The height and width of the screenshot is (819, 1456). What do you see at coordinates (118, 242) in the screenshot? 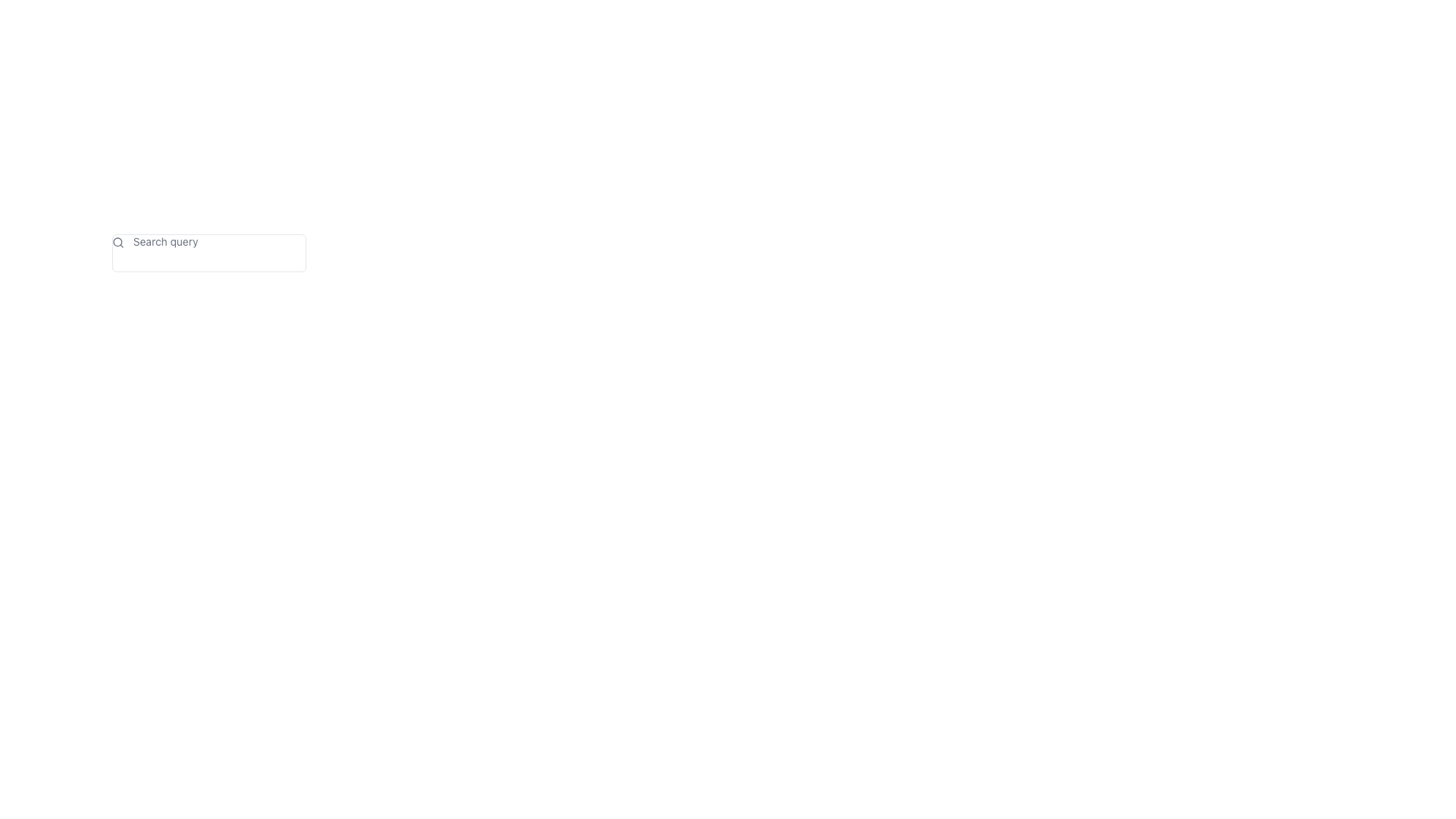
I see `the magnifying glass icon to initiate a search operation, which is positioned to the left of the 'Search query' text label` at bounding box center [118, 242].